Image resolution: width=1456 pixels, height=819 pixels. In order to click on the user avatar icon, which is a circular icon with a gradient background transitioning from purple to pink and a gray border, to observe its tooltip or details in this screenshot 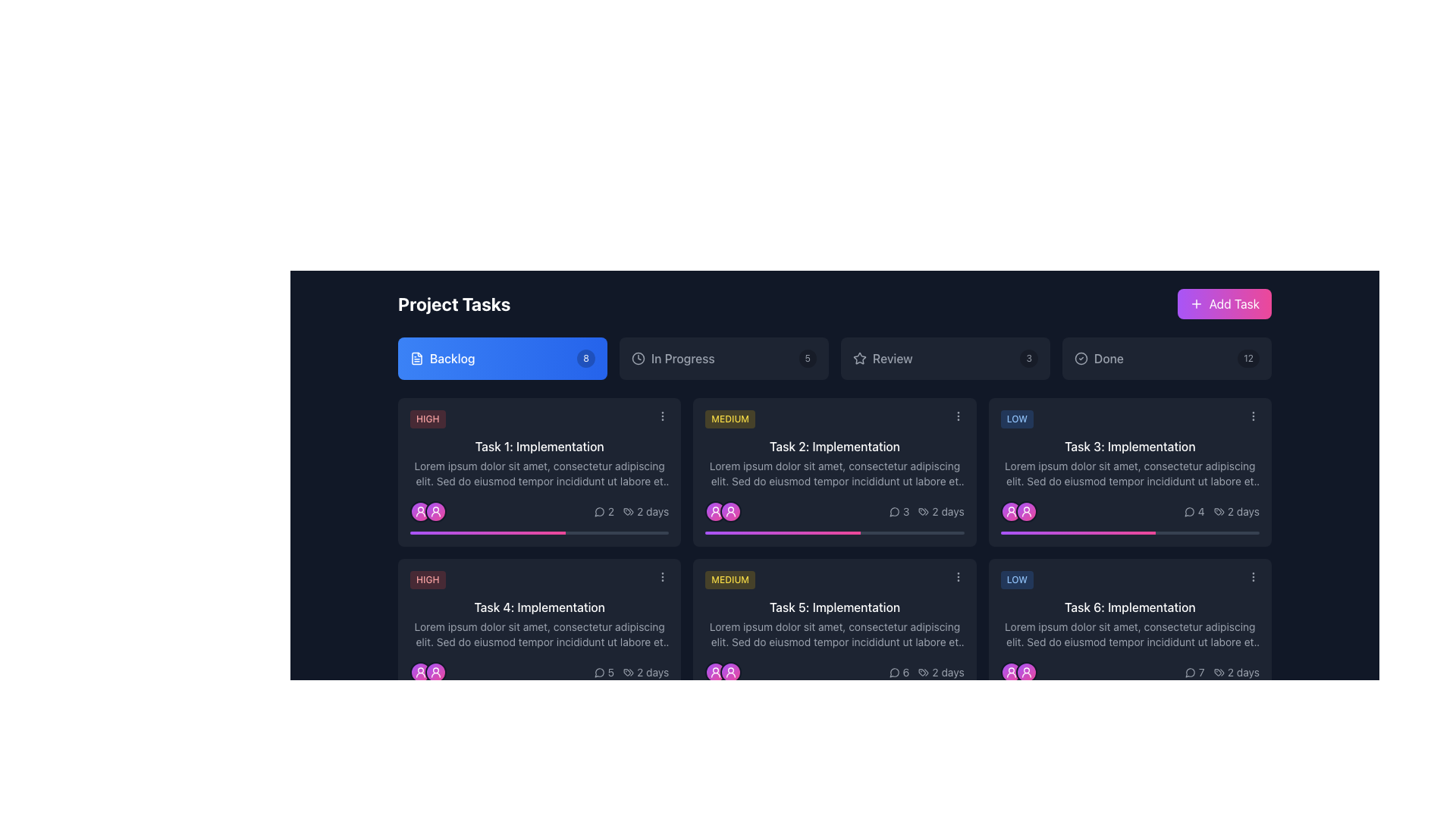, I will do `click(421, 672)`.